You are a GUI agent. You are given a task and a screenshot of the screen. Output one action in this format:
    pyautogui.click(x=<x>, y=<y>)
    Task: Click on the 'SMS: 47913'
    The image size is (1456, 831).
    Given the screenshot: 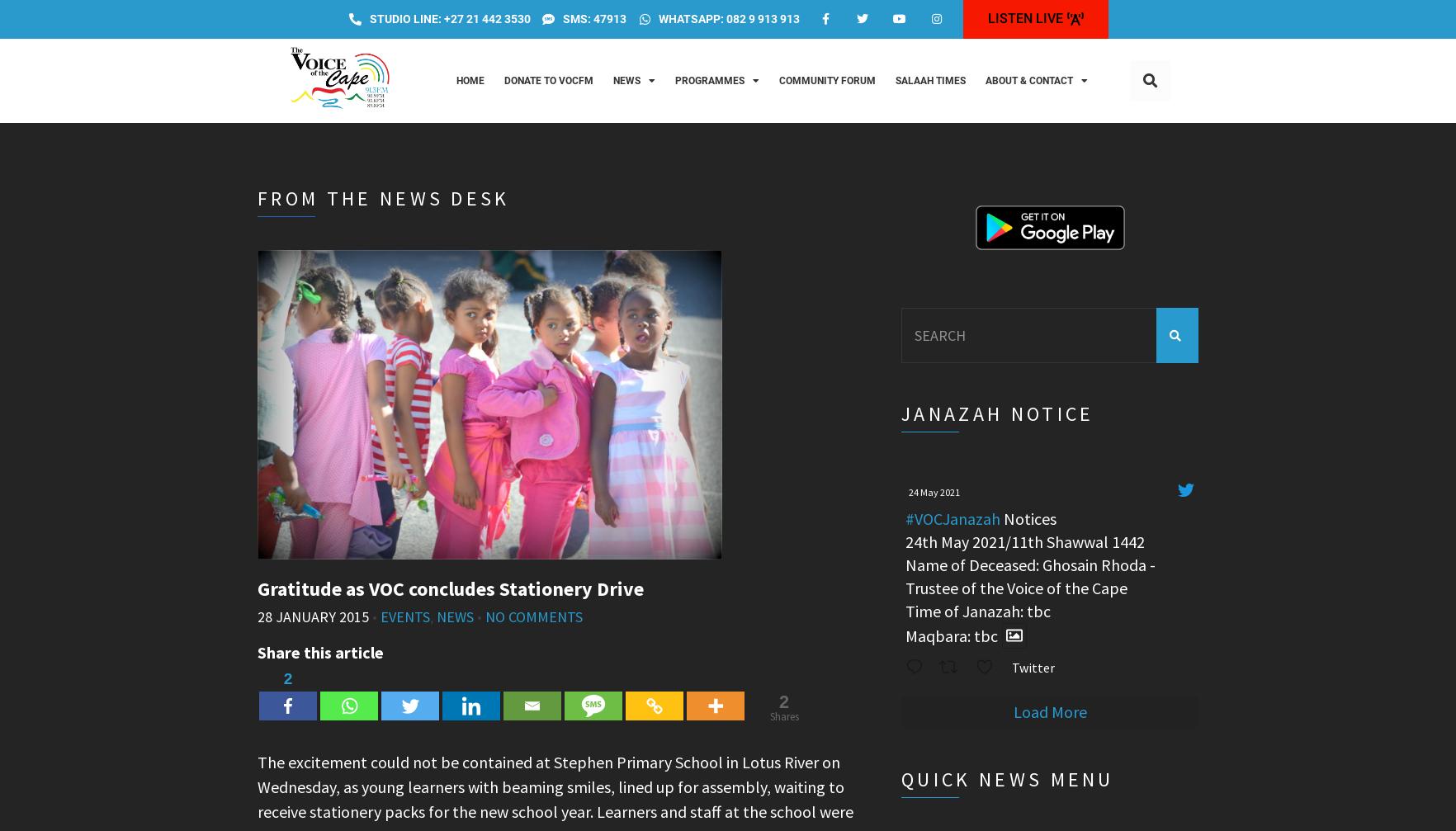 What is the action you would take?
    pyautogui.click(x=594, y=17)
    